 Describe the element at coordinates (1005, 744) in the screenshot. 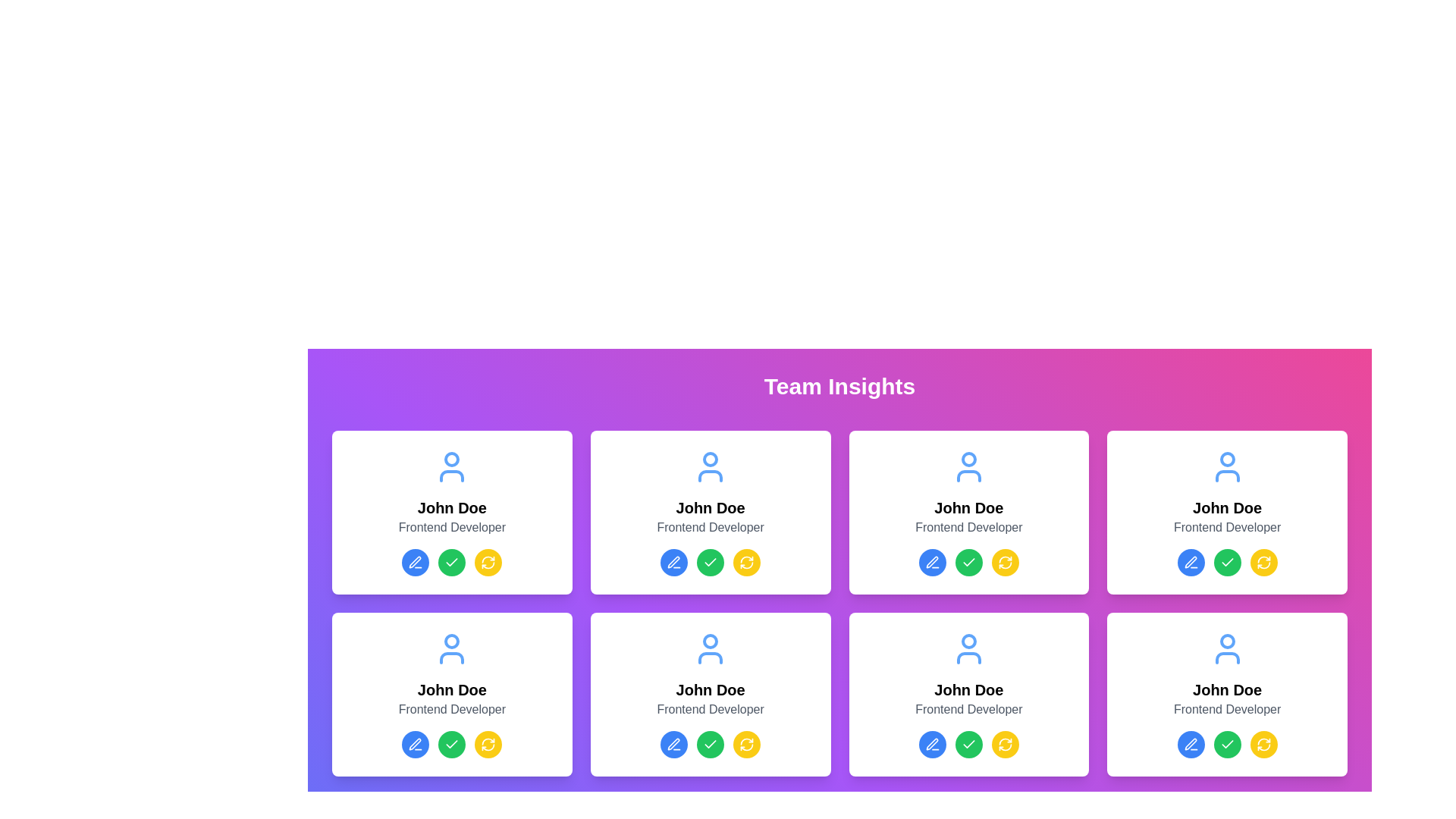

I see `the circular yellow button with a white refresh icon, the third button in a horizontal group of action buttons` at that location.